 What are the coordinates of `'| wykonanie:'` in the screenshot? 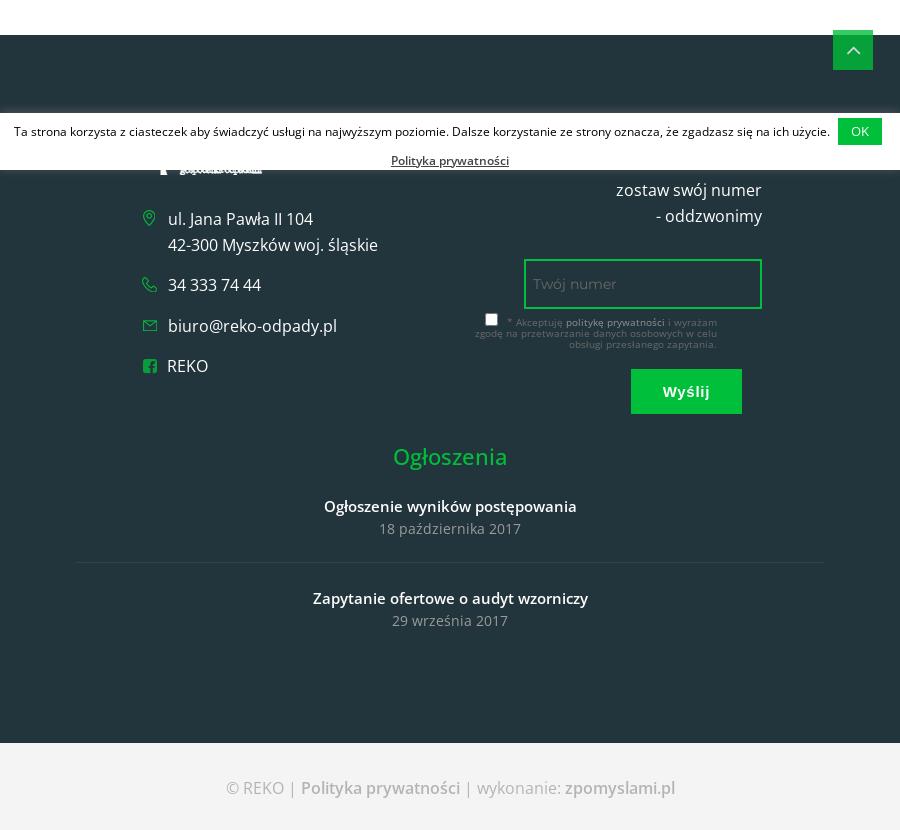 It's located at (510, 788).